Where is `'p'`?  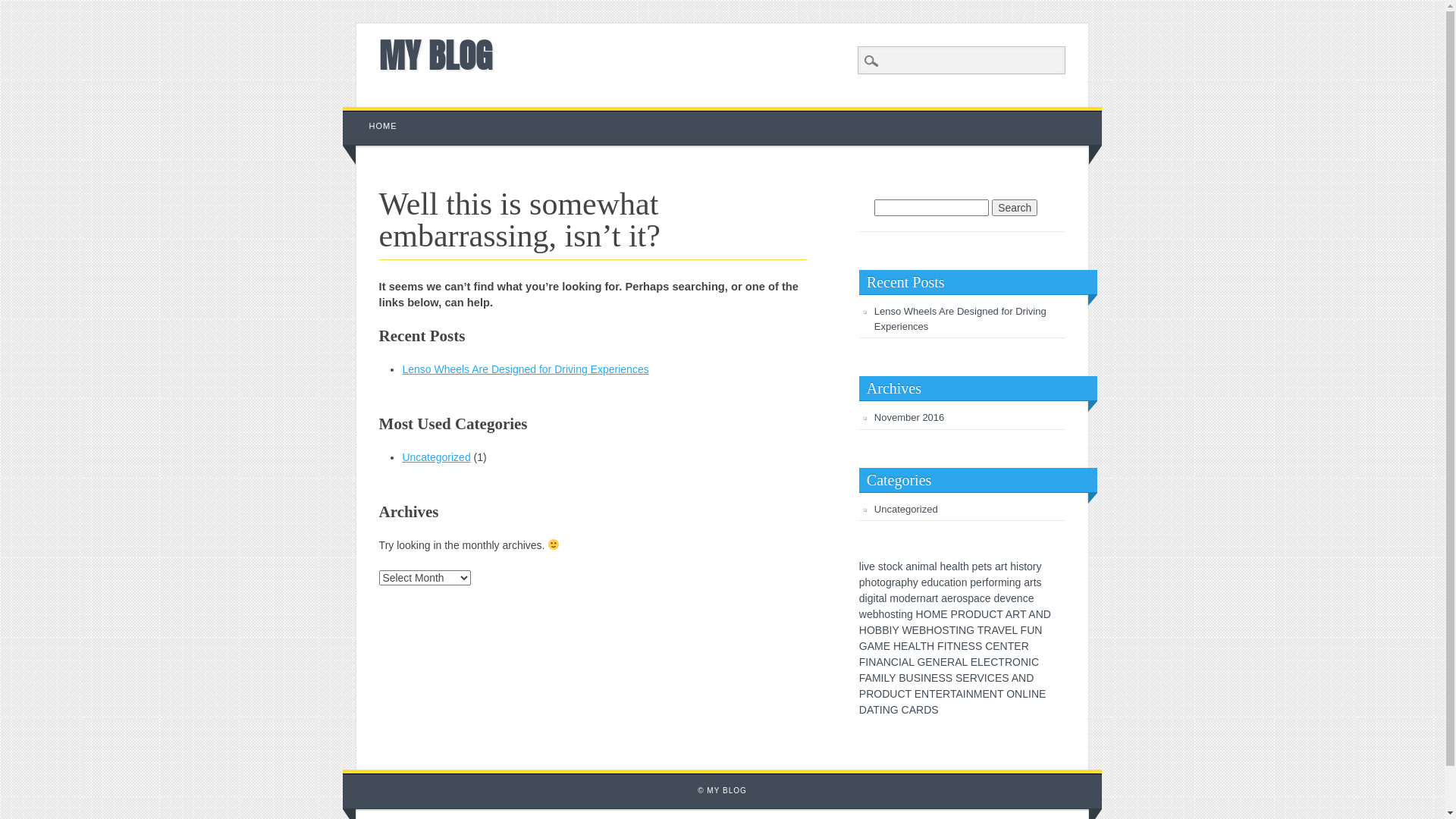
'p' is located at coordinates (971, 598).